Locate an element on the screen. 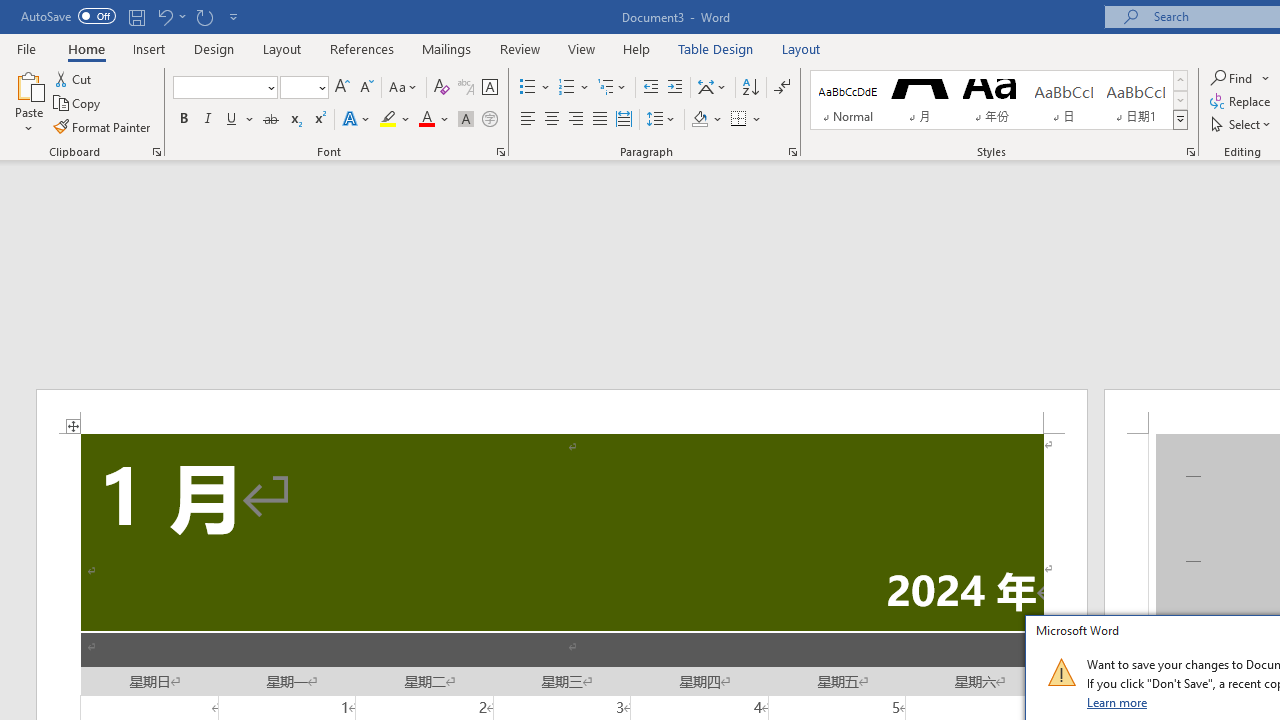 The height and width of the screenshot is (720, 1280). 'Replace...' is located at coordinates (1241, 101).